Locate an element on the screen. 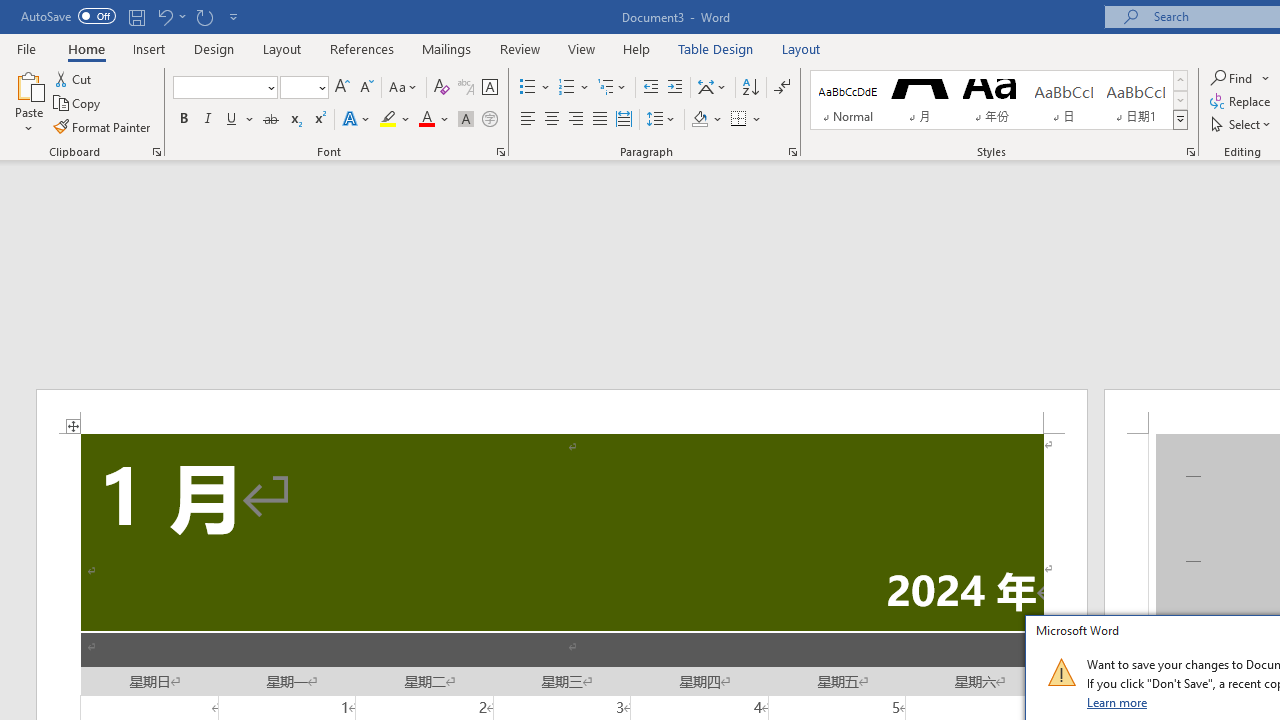 The height and width of the screenshot is (720, 1280). 'Replace...' is located at coordinates (1241, 101).